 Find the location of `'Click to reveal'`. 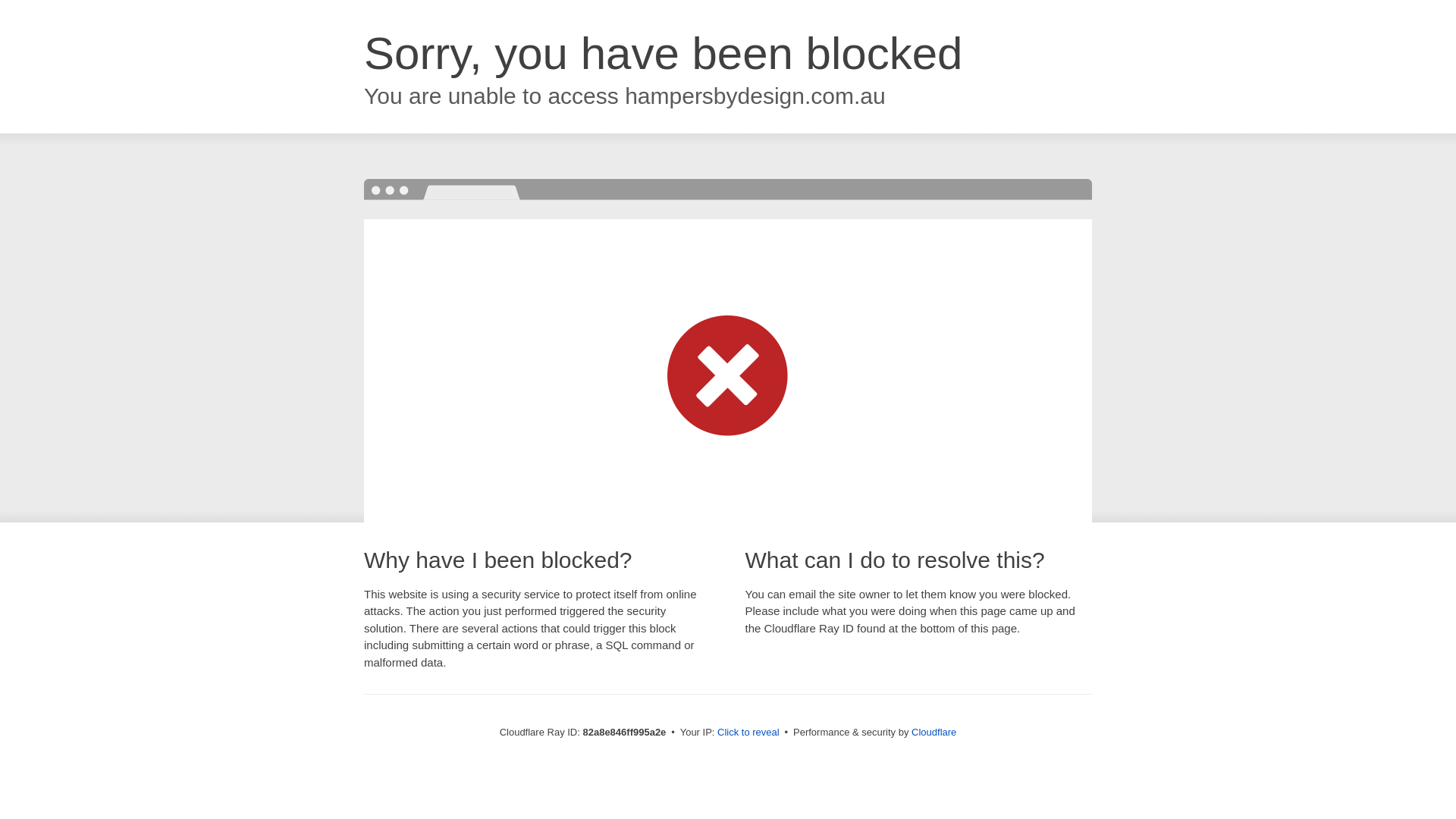

'Click to reveal' is located at coordinates (748, 731).